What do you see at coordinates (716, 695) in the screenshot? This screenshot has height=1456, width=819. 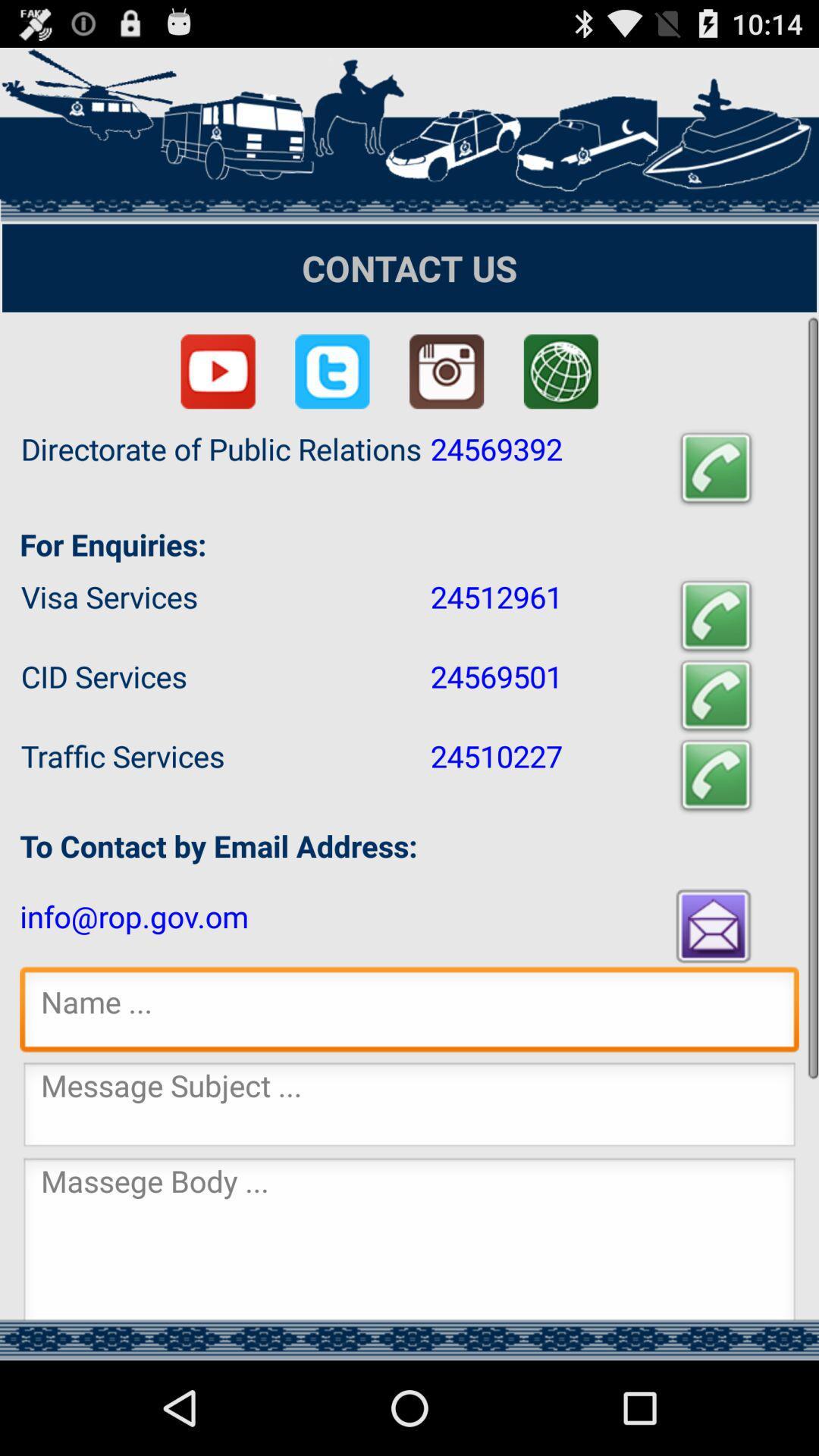 I see `item above the 24510227 item` at bounding box center [716, 695].